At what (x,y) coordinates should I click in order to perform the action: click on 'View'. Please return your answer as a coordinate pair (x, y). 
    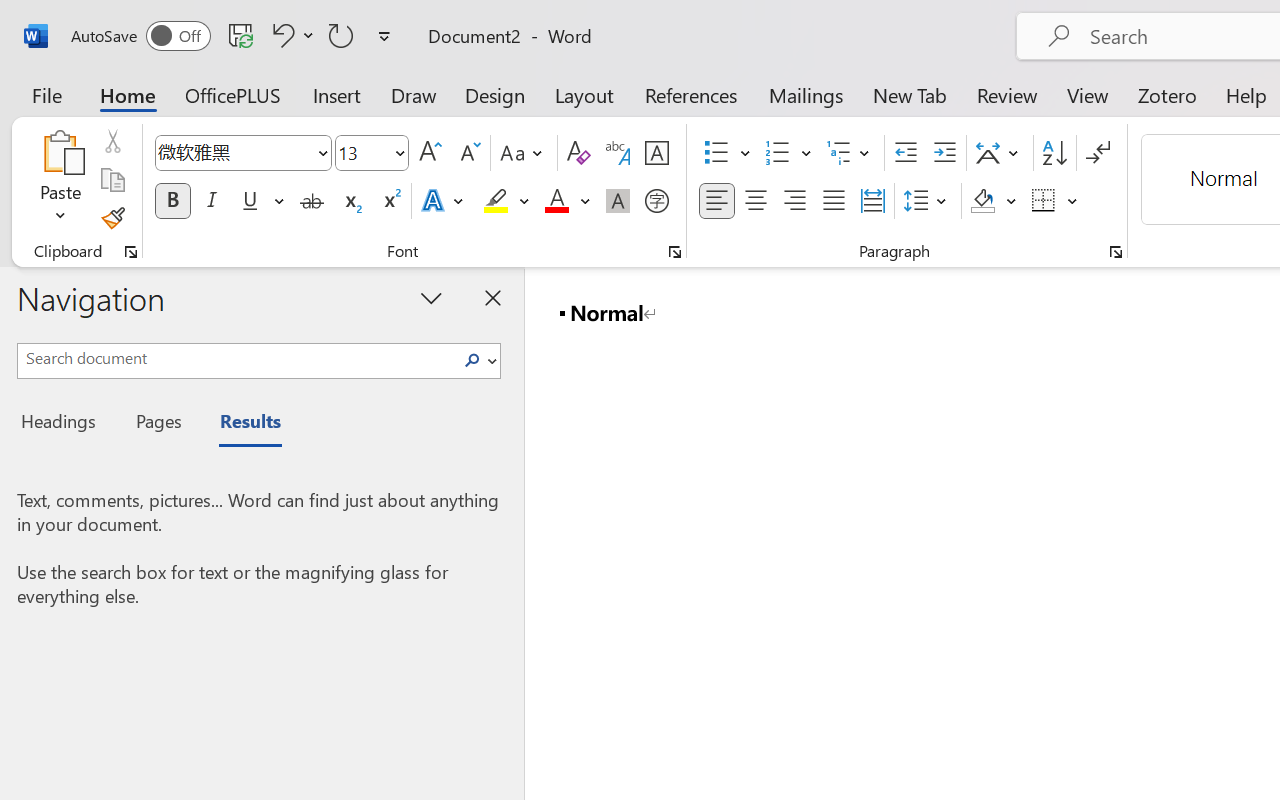
    Looking at the image, I should click on (1087, 94).